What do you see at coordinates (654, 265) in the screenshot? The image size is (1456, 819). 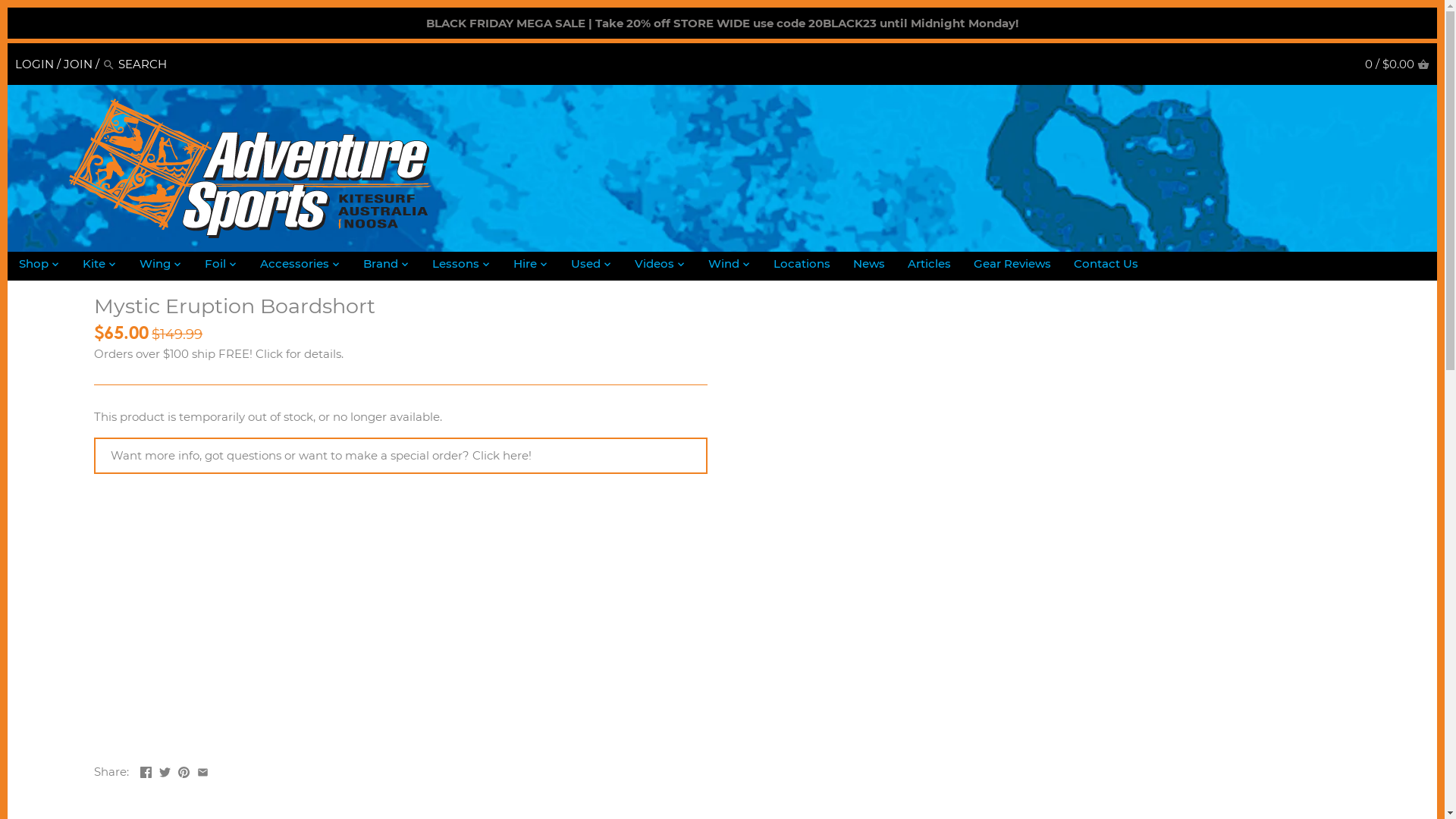 I see `'Videos'` at bounding box center [654, 265].